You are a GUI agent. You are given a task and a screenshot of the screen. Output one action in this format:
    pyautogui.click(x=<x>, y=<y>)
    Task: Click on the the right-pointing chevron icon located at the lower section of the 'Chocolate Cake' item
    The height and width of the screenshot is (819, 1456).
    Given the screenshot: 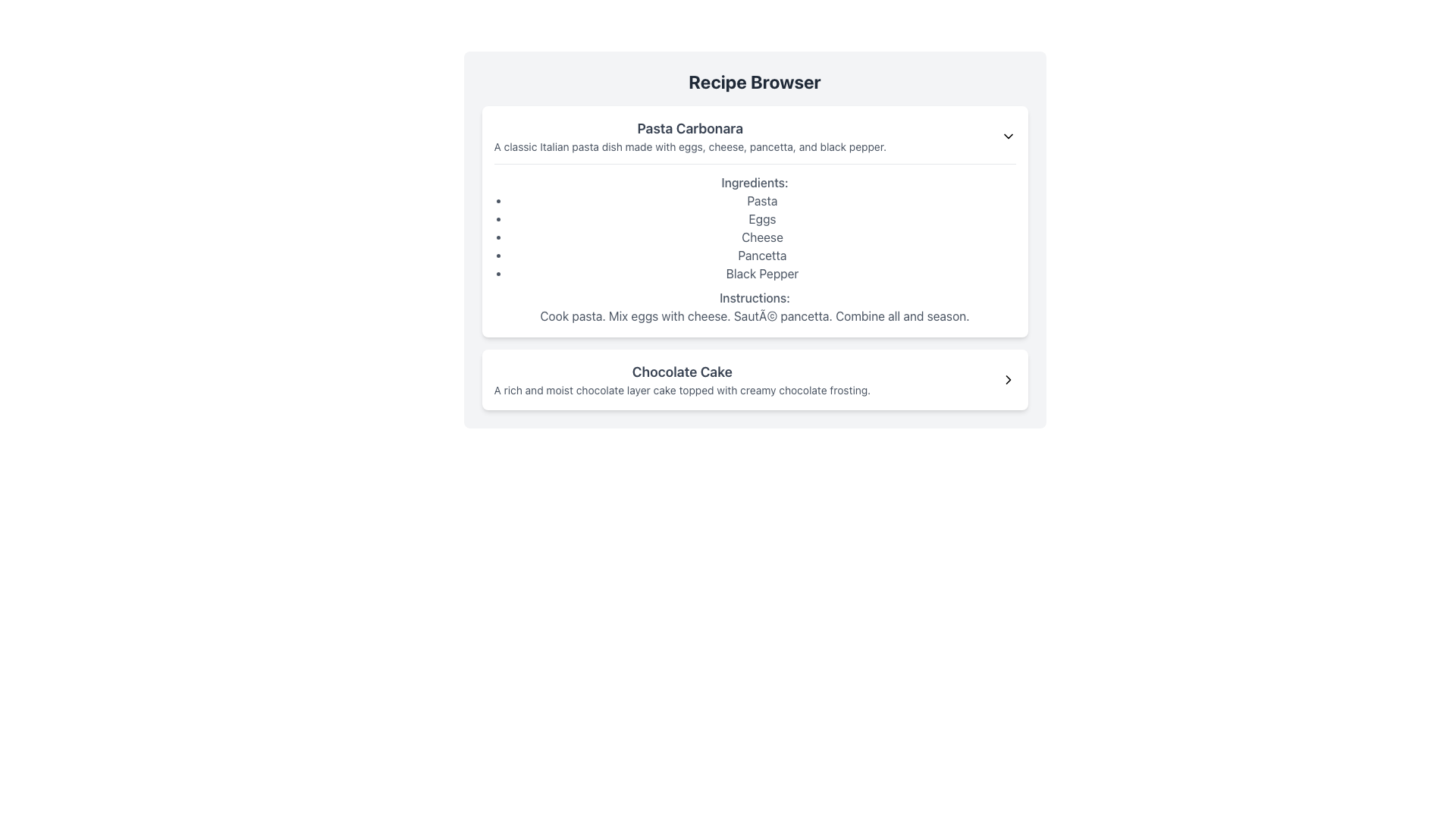 What is the action you would take?
    pyautogui.click(x=1008, y=379)
    